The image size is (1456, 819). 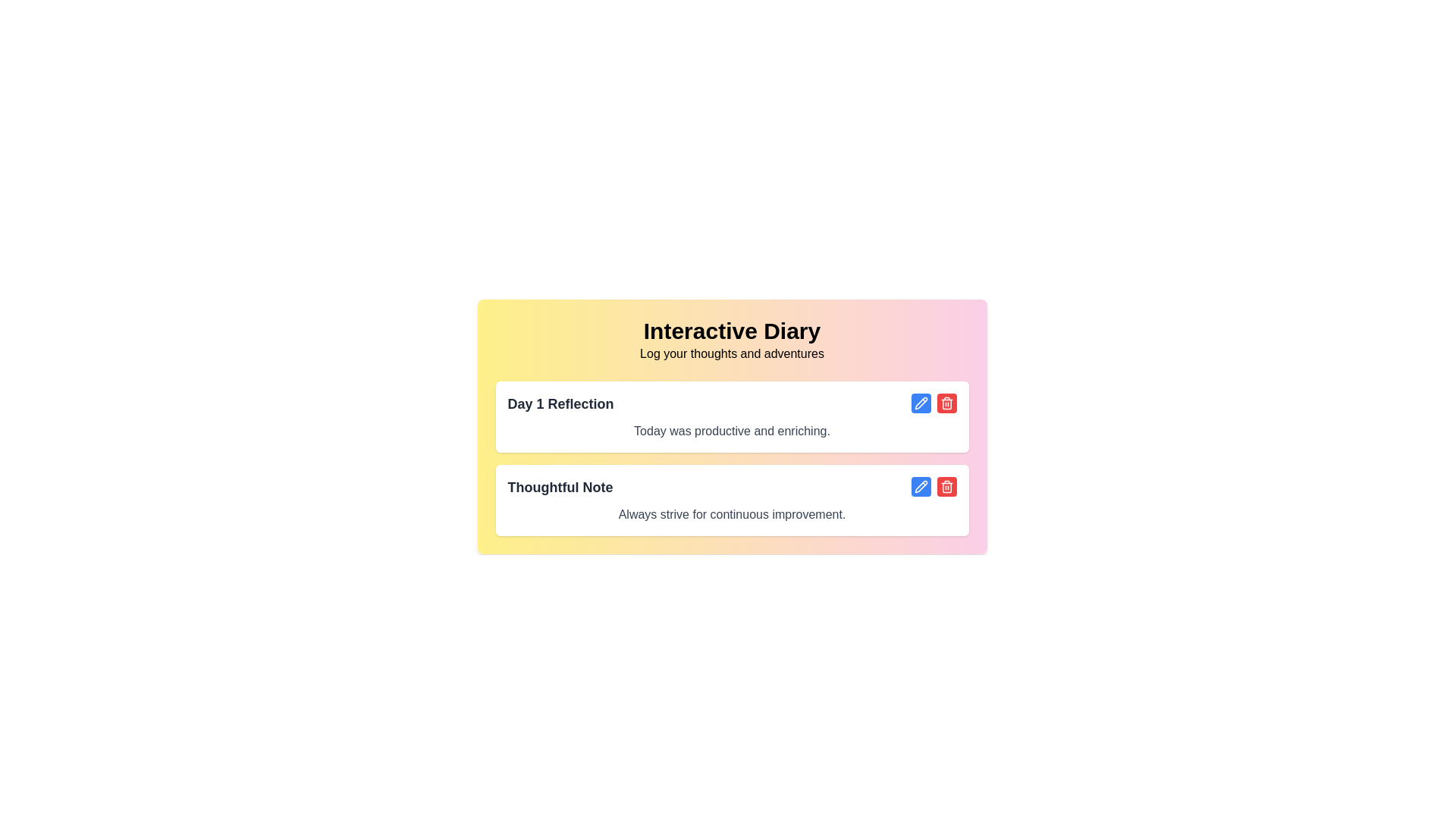 What do you see at coordinates (920, 403) in the screenshot?
I see `the edit button located on the right side of the horizontal layout` at bounding box center [920, 403].